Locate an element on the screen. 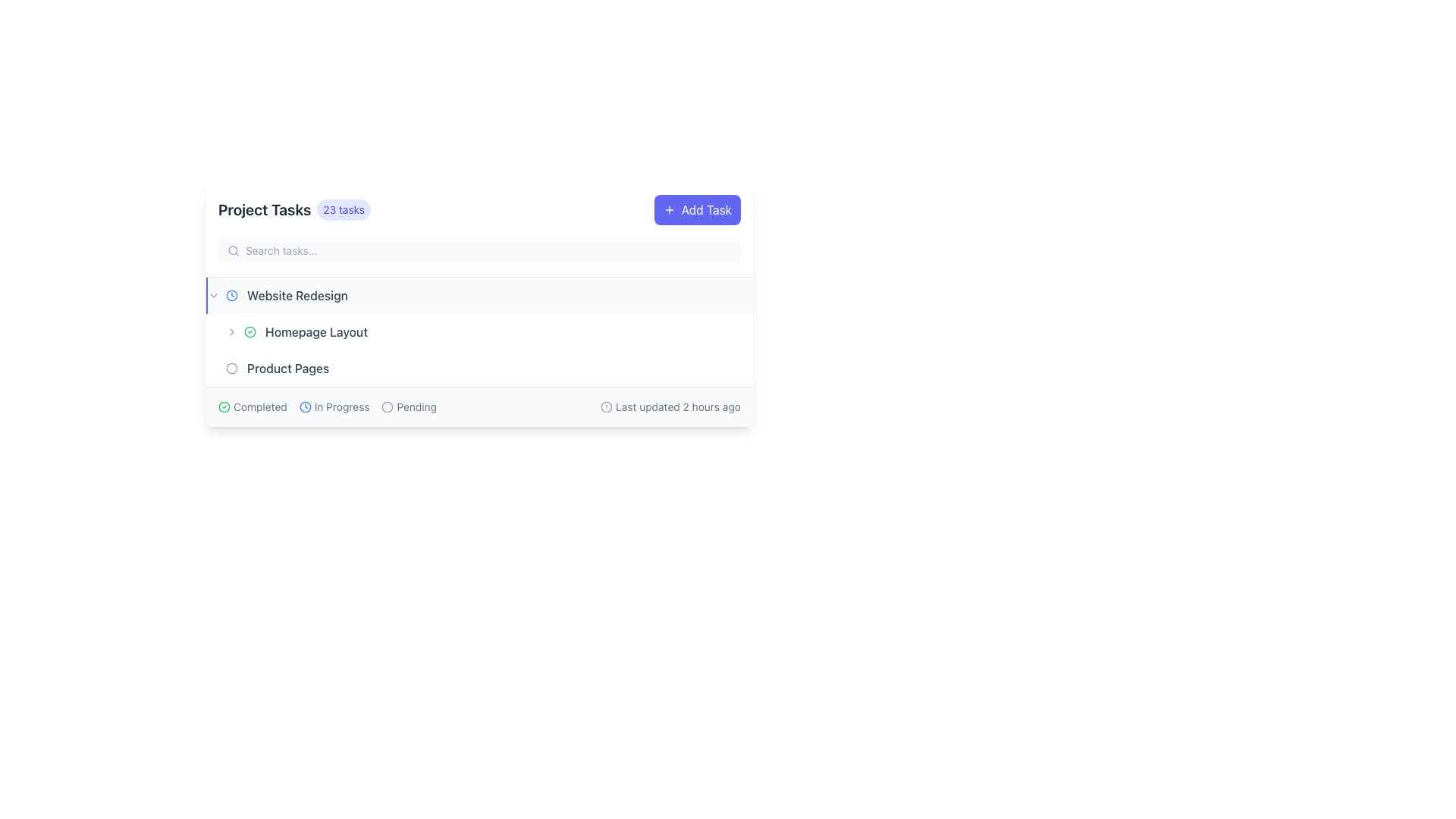  the text label displaying '23 tasks' with a rounded light indigo background, which is positioned immediately to the right of 'Project Tasks' is located at coordinates (343, 210).